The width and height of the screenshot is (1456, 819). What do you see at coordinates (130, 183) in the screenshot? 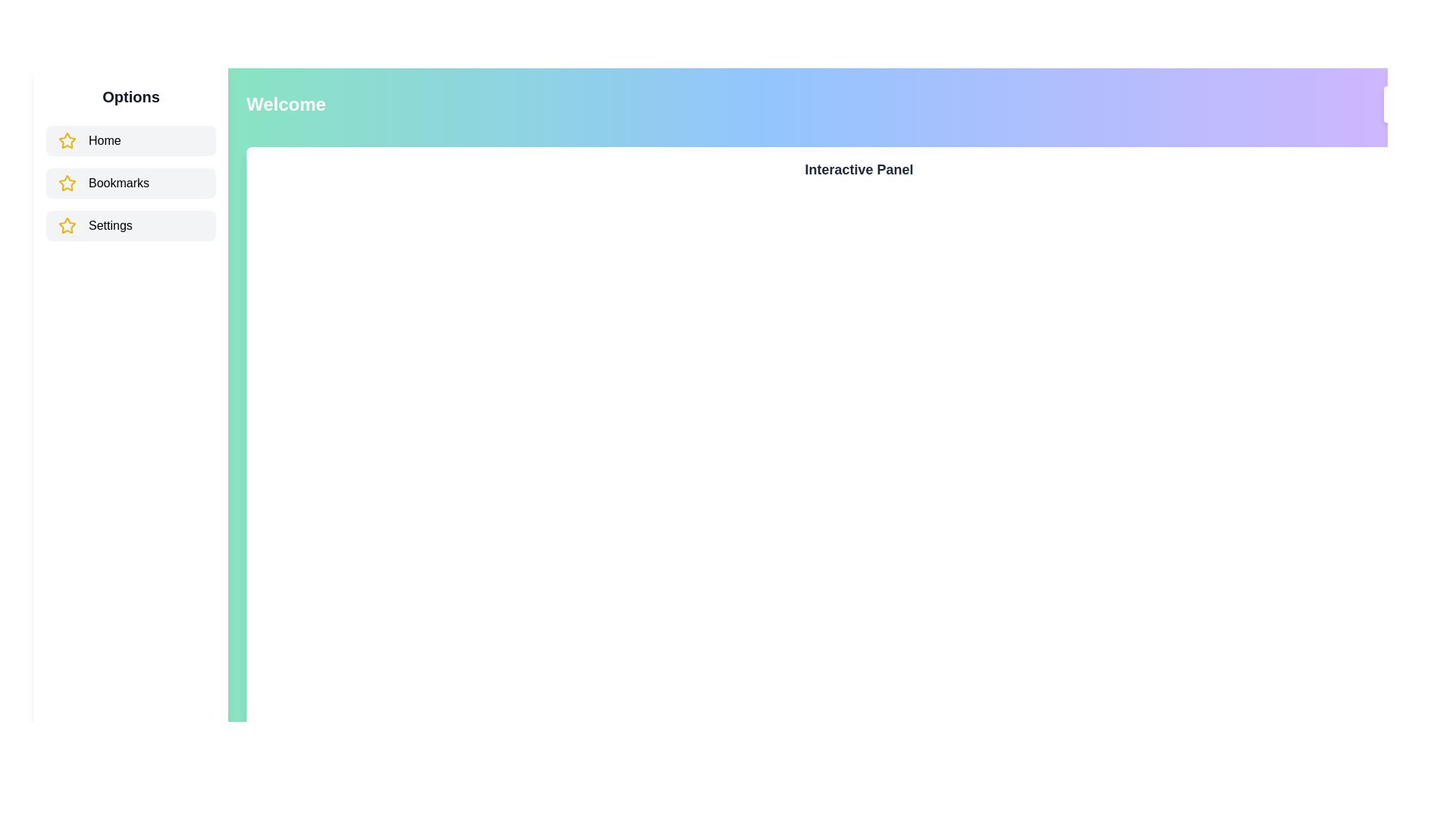
I see `the 'Bookmarks' button, which is a white rectangular button with a yellow star icon and bold text` at bounding box center [130, 183].